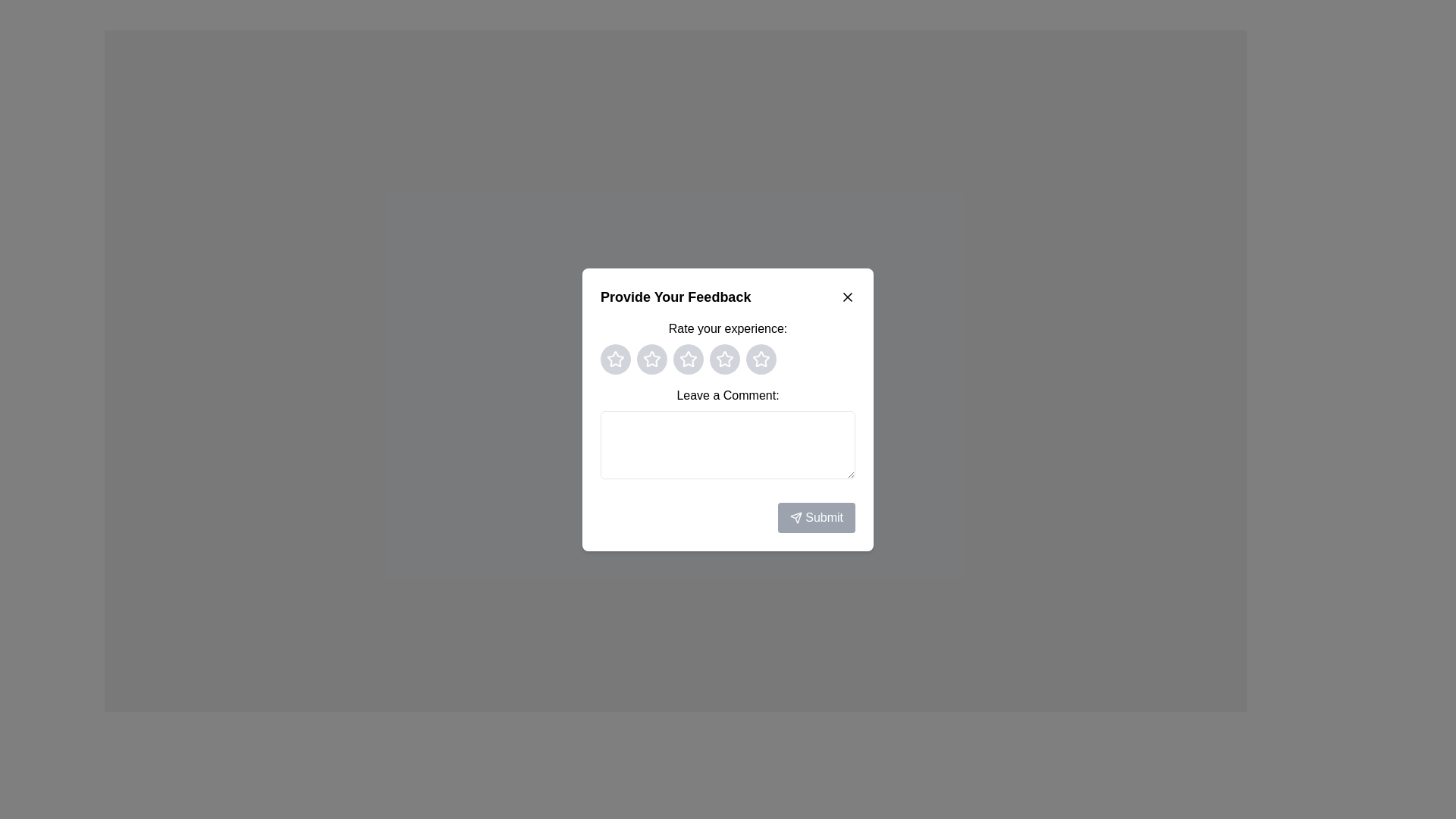  Describe the element at coordinates (687, 359) in the screenshot. I see `the second star icon, which is white filled with a gray border, to provide a rating in the feedback dialog box` at that location.